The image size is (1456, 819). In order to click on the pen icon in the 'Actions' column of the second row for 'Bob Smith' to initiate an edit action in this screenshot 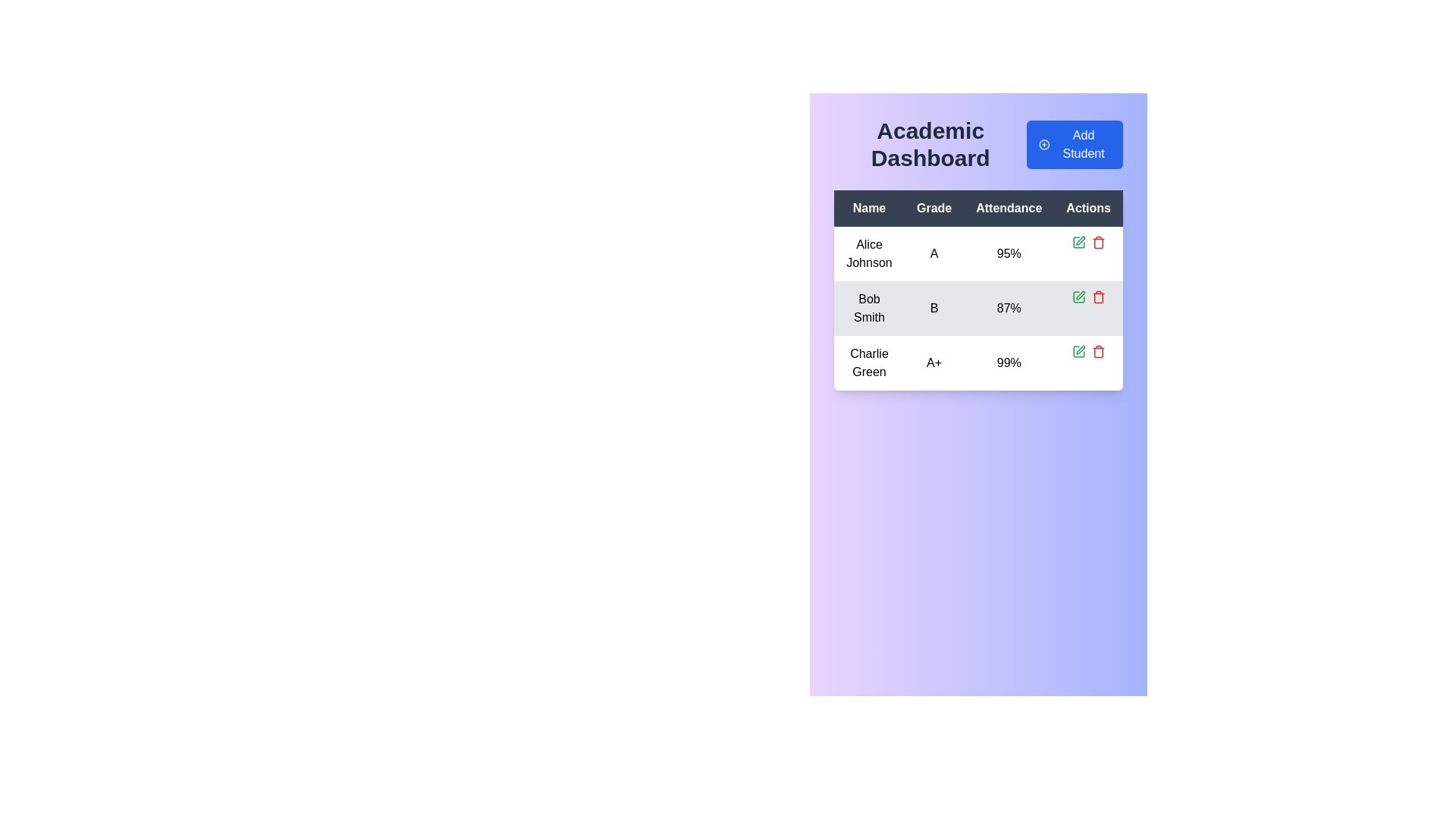, I will do `click(1078, 297)`.